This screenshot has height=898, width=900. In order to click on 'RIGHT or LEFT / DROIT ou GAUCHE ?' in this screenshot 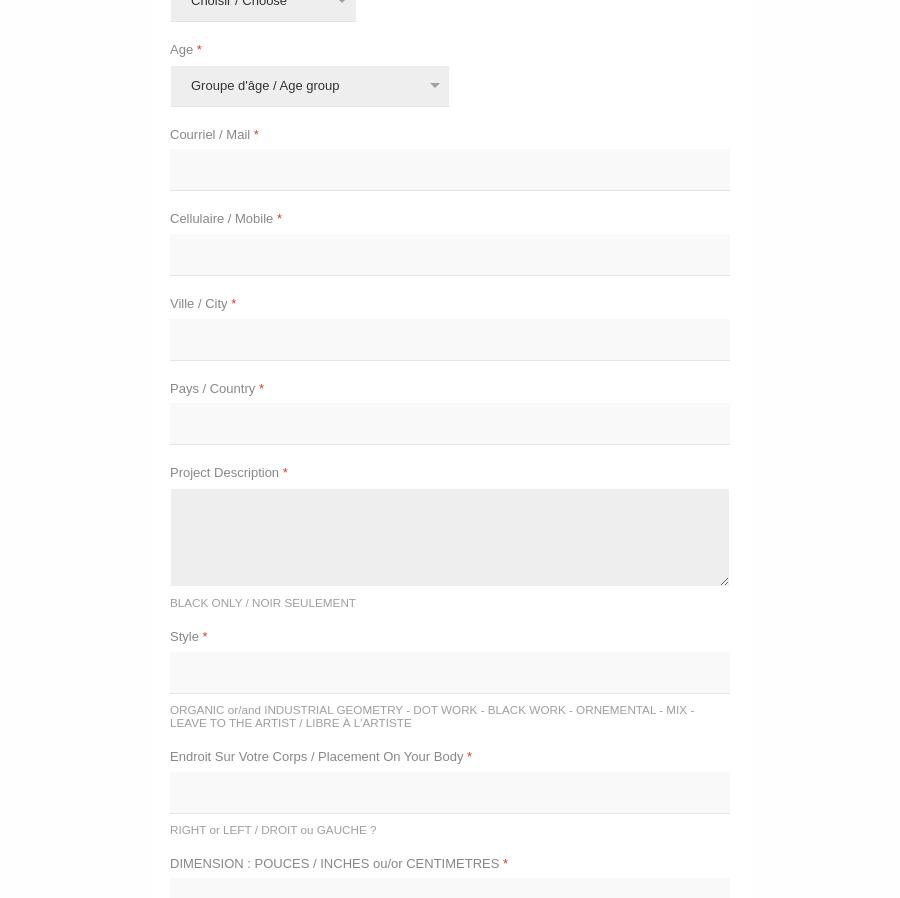, I will do `click(271, 828)`.